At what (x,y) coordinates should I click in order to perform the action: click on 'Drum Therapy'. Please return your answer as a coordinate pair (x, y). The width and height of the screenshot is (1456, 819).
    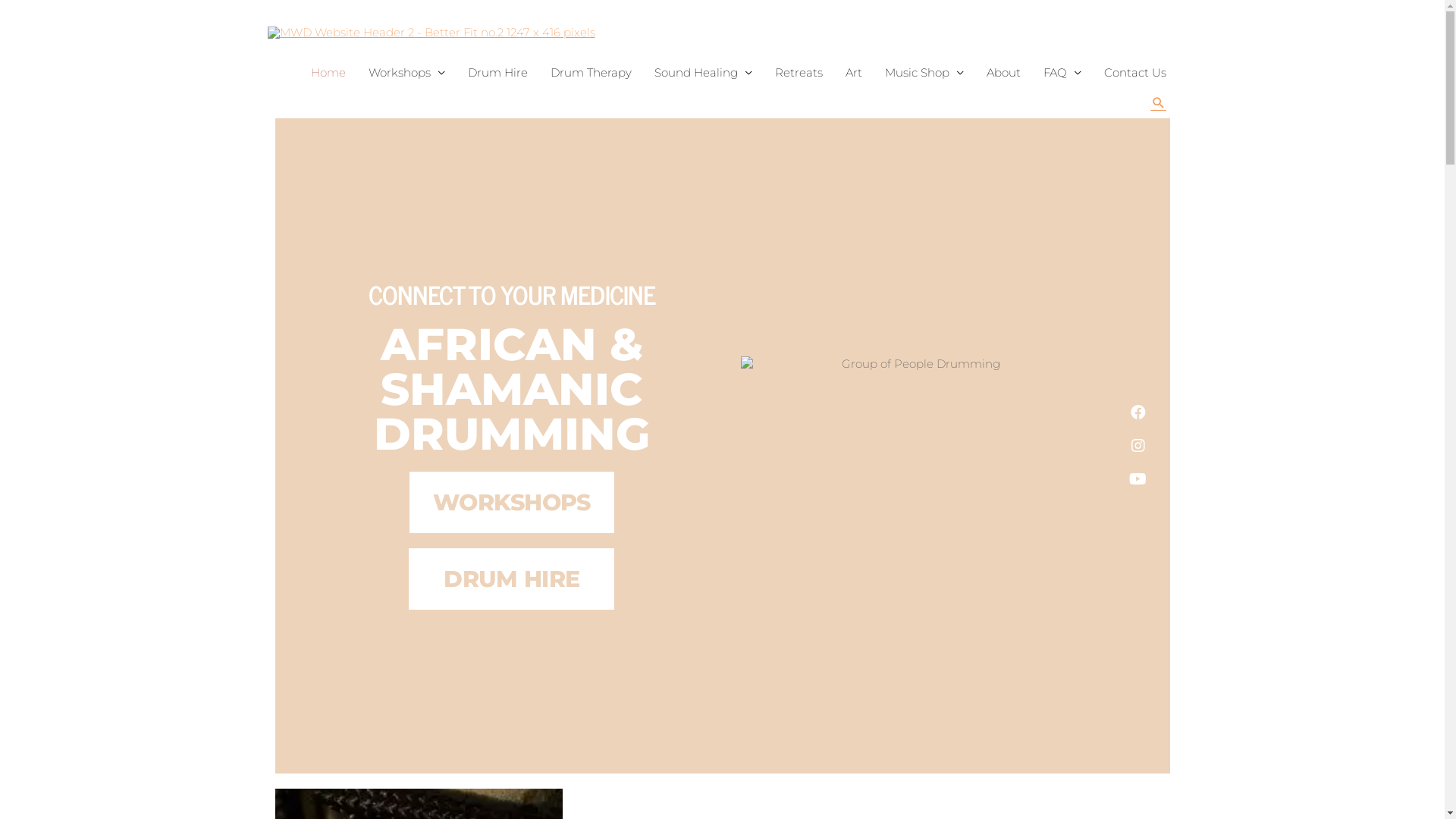
    Looking at the image, I should click on (589, 73).